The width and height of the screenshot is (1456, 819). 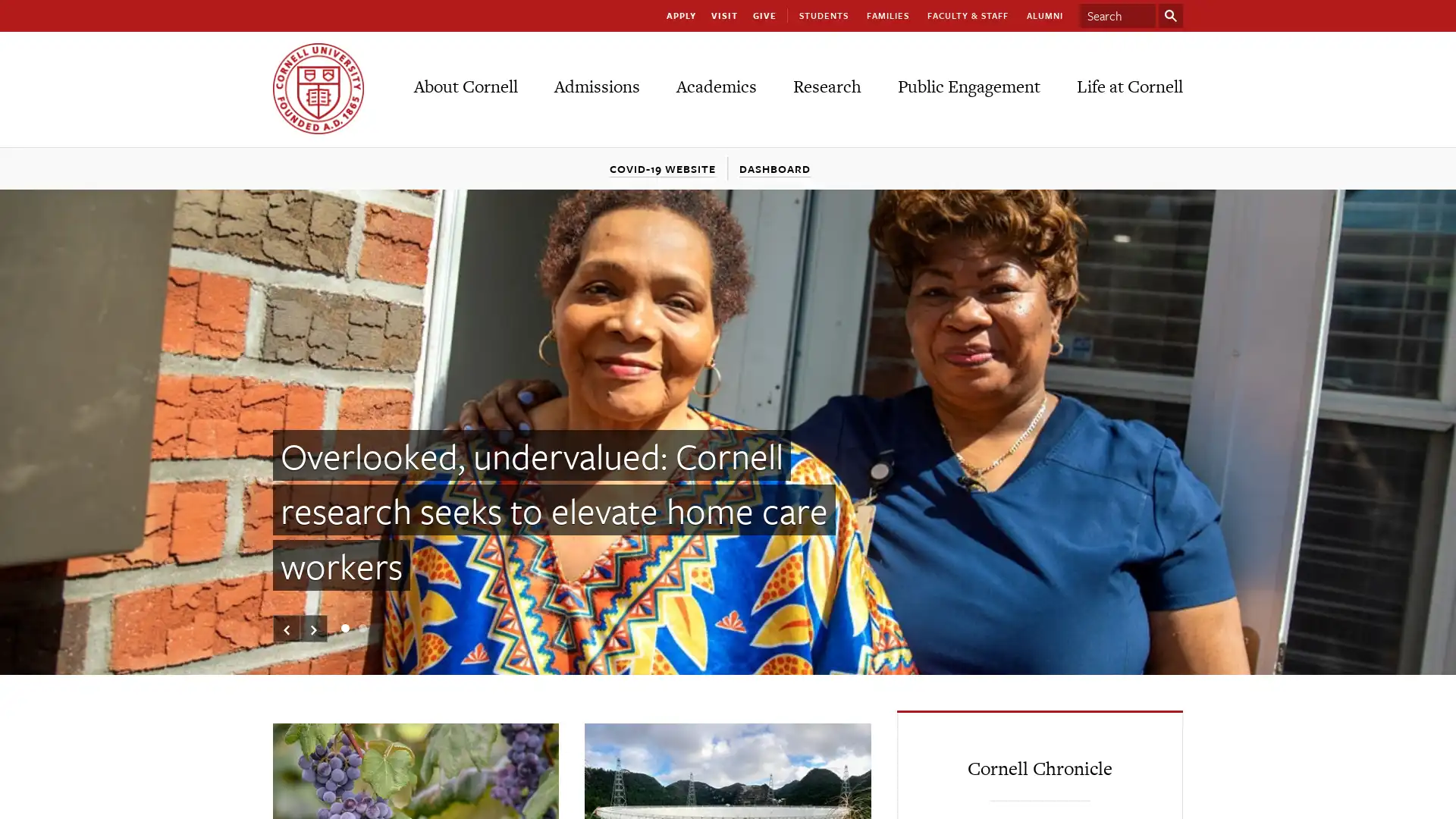 What do you see at coordinates (287, 629) in the screenshot?
I see `Previous slide` at bounding box center [287, 629].